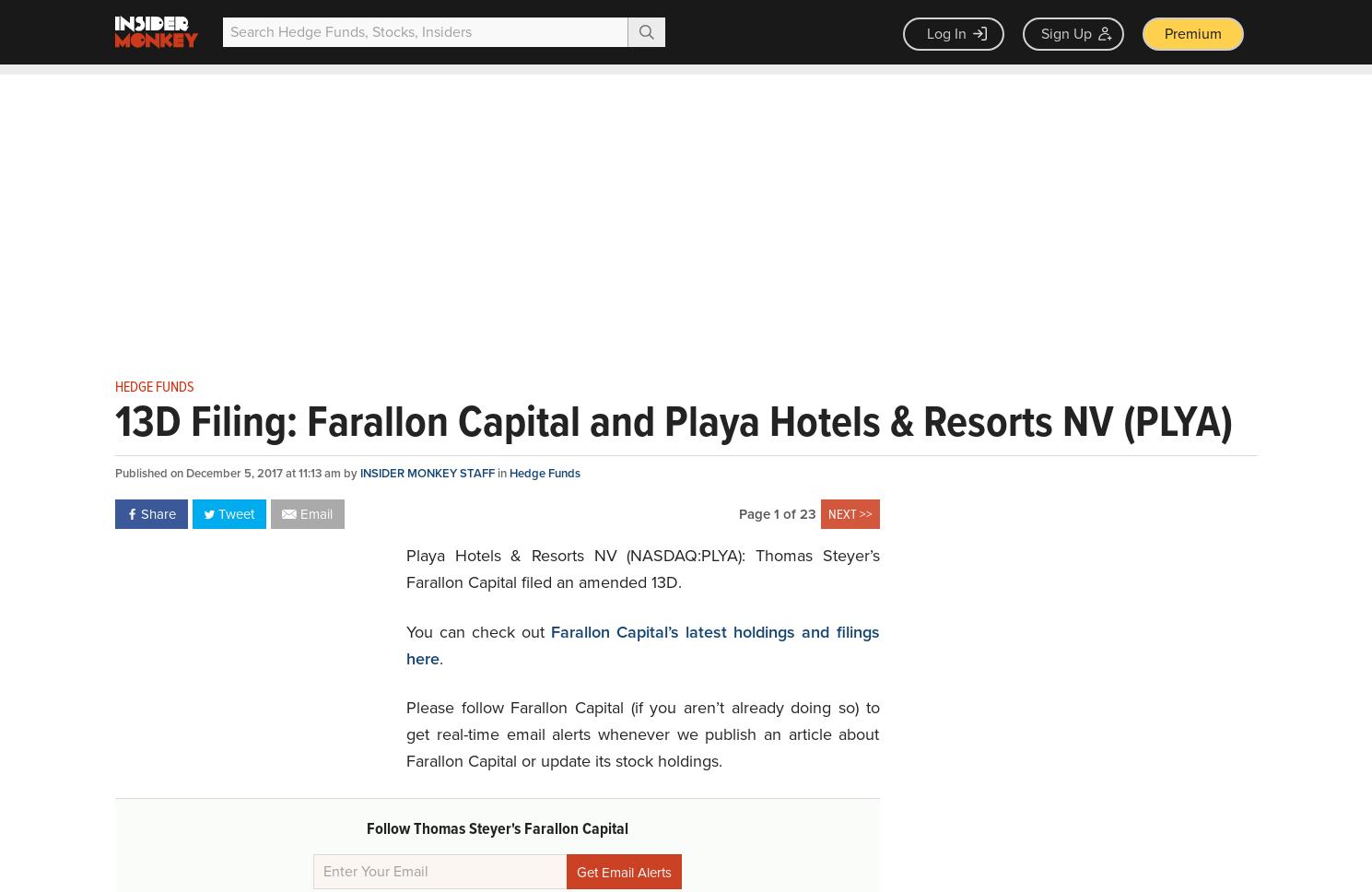 The image size is (1372, 892). Describe the element at coordinates (428, 473) in the screenshot. I see `'Insider Monkey Staff'` at that location.